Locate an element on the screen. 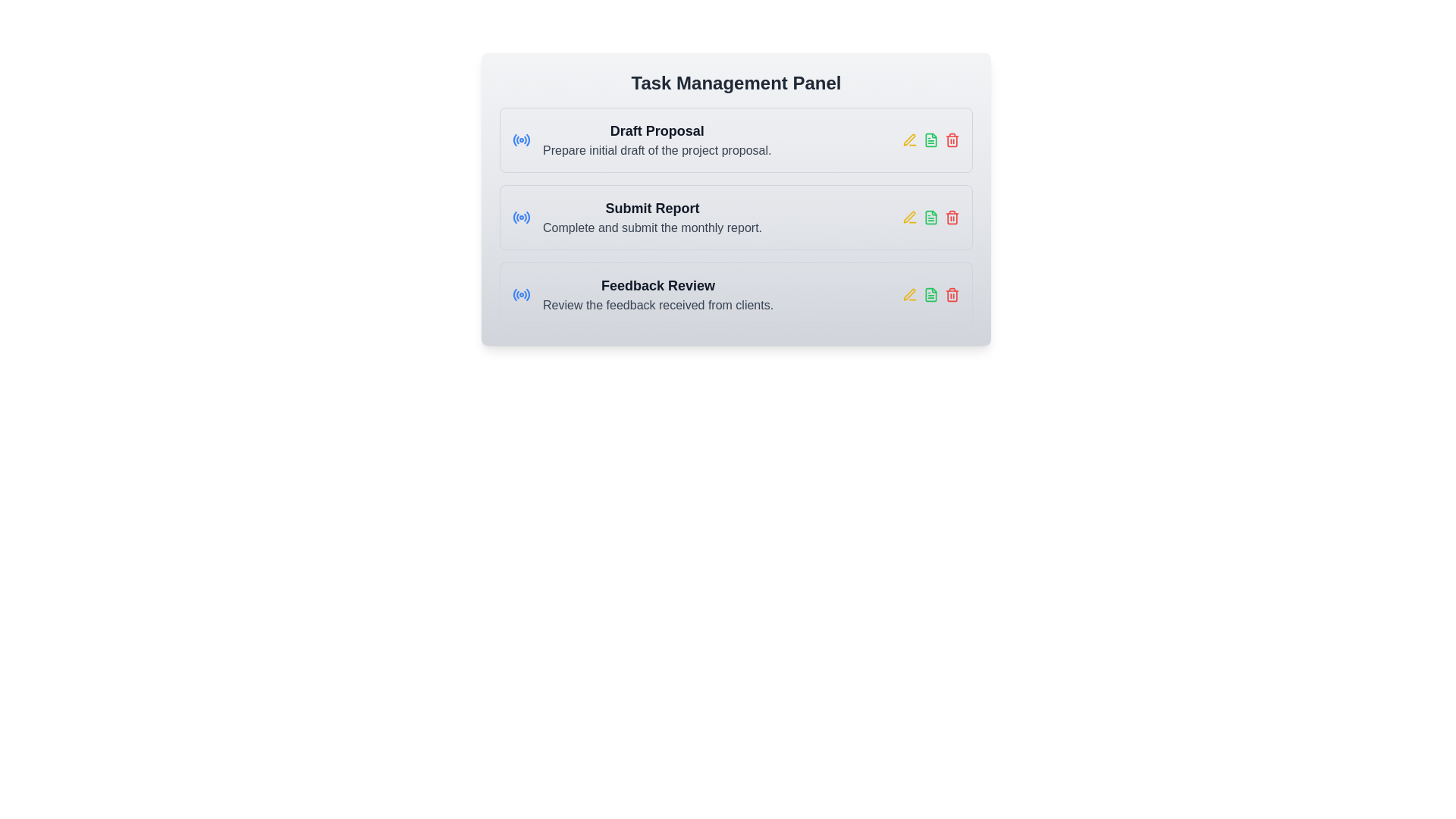  the icon in the 'Draft Proposal' section of the 'Task Management Panel' is located at coordinates (930, 140).